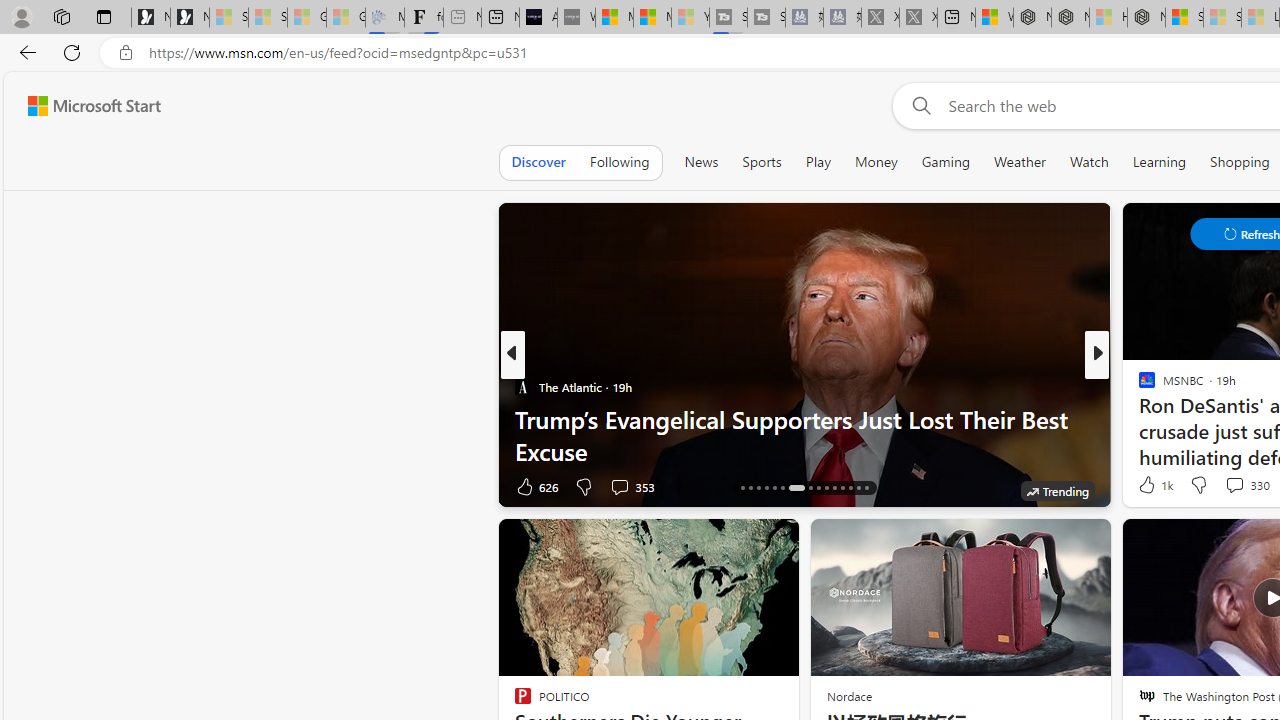 The height and width of the screenshot is (720, 1280). I want to click on 'This story is trending', so click(1056, 491).